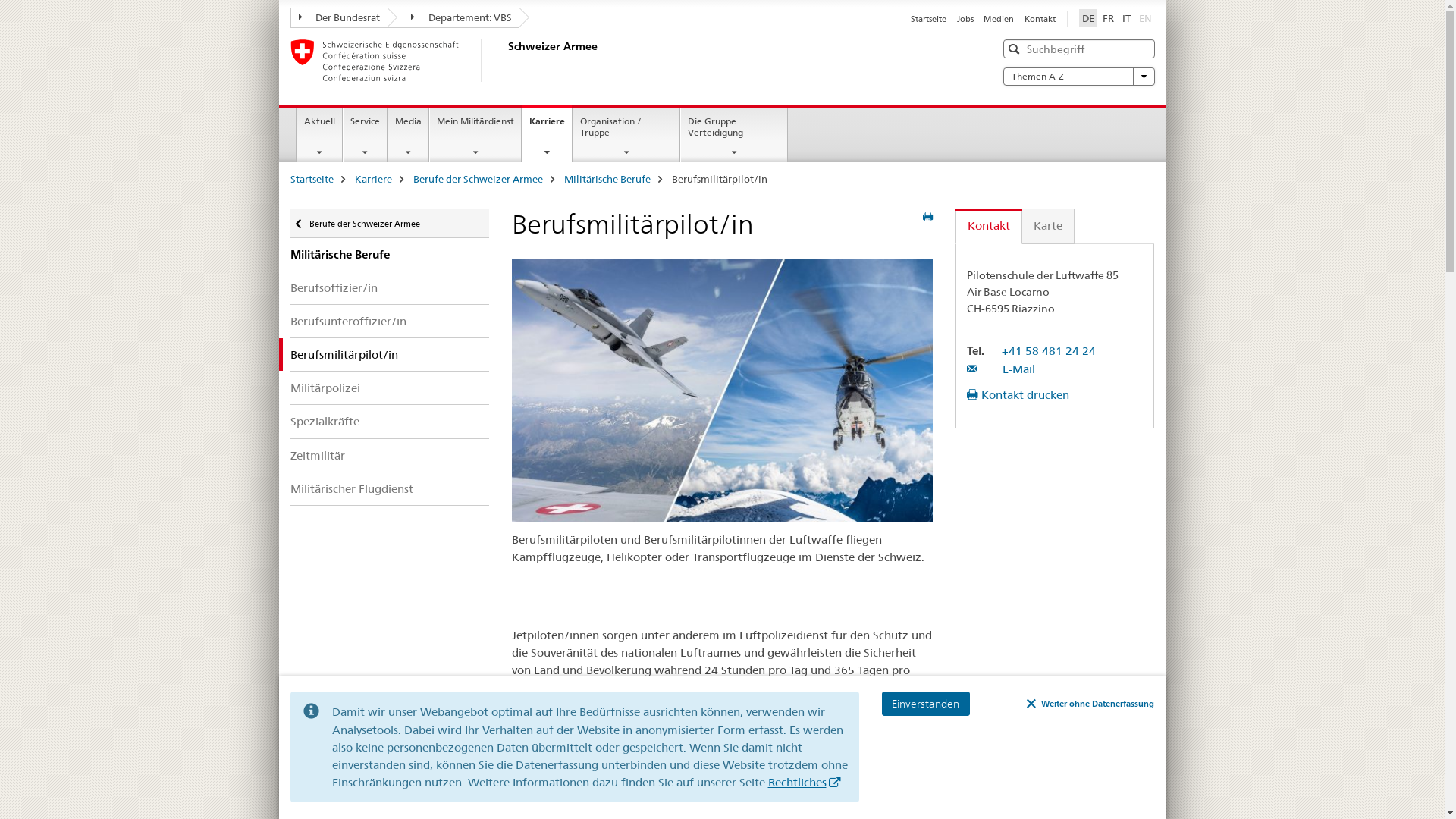  Describe the element at coordinates (1047, 226) in the screenshot. I see `'Karte'` at that location.